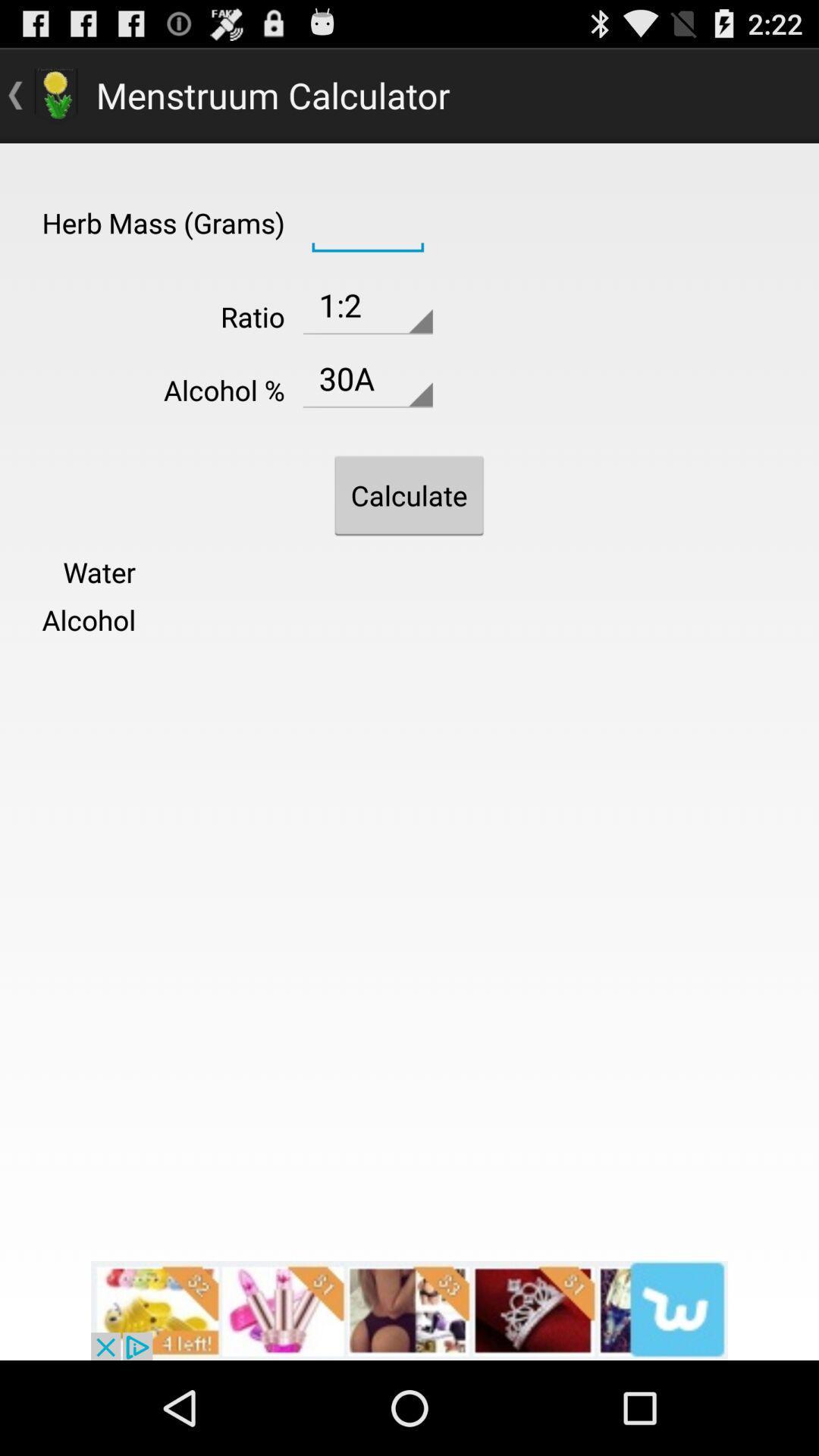 The image size is (819, 1456). Describe the element at coordinates (409, 1310) in the screenshot. I see `advertisement page` at that location.